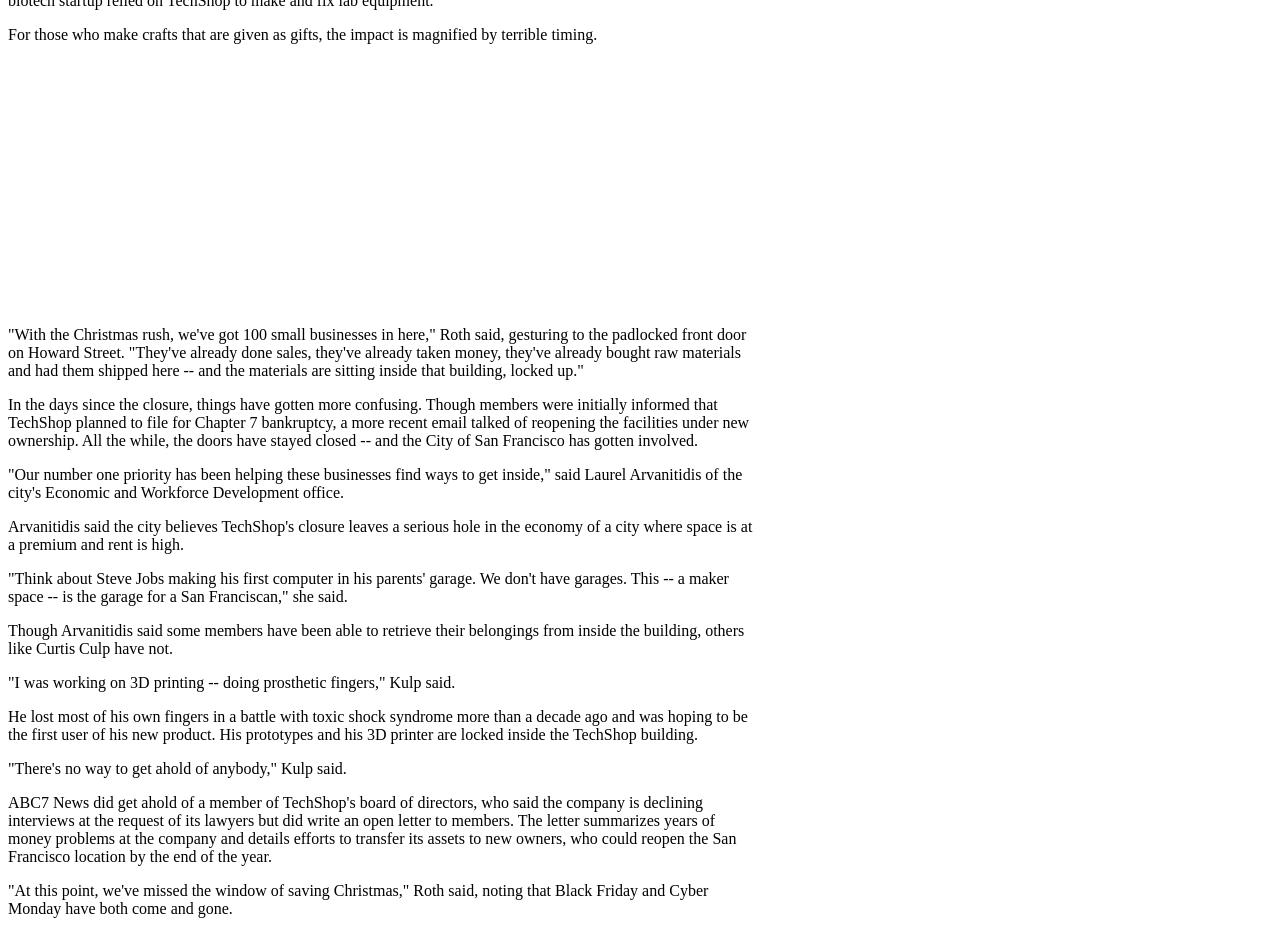 The width and height of the screenshot is (1288, 928). What do you see at coordinates (377, 724) in the screenshot?
I see `'He lost most of his own fingers in a battle with toxic shock syndrome more than a decade ago and was hoping to be the first user of his new product. His prototypes and his 3D printer are locked inside the TechShop building.'` at bounding box center [377, 724].